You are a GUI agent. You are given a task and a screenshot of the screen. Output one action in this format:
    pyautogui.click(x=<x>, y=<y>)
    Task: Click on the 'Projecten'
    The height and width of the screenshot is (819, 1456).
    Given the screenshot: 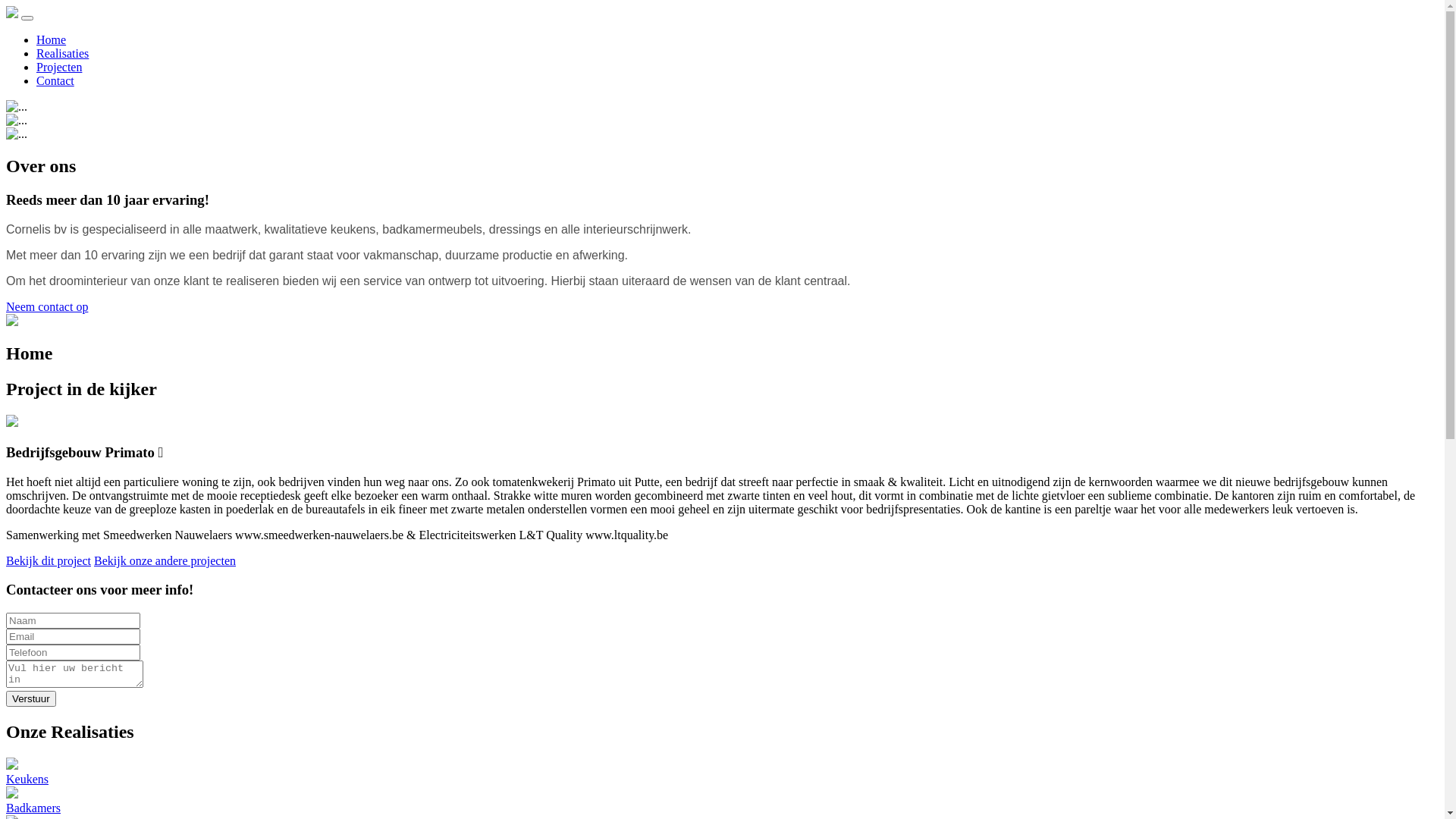 What is the action you would take?
    pyautogui.click(x=36, y=66)
    